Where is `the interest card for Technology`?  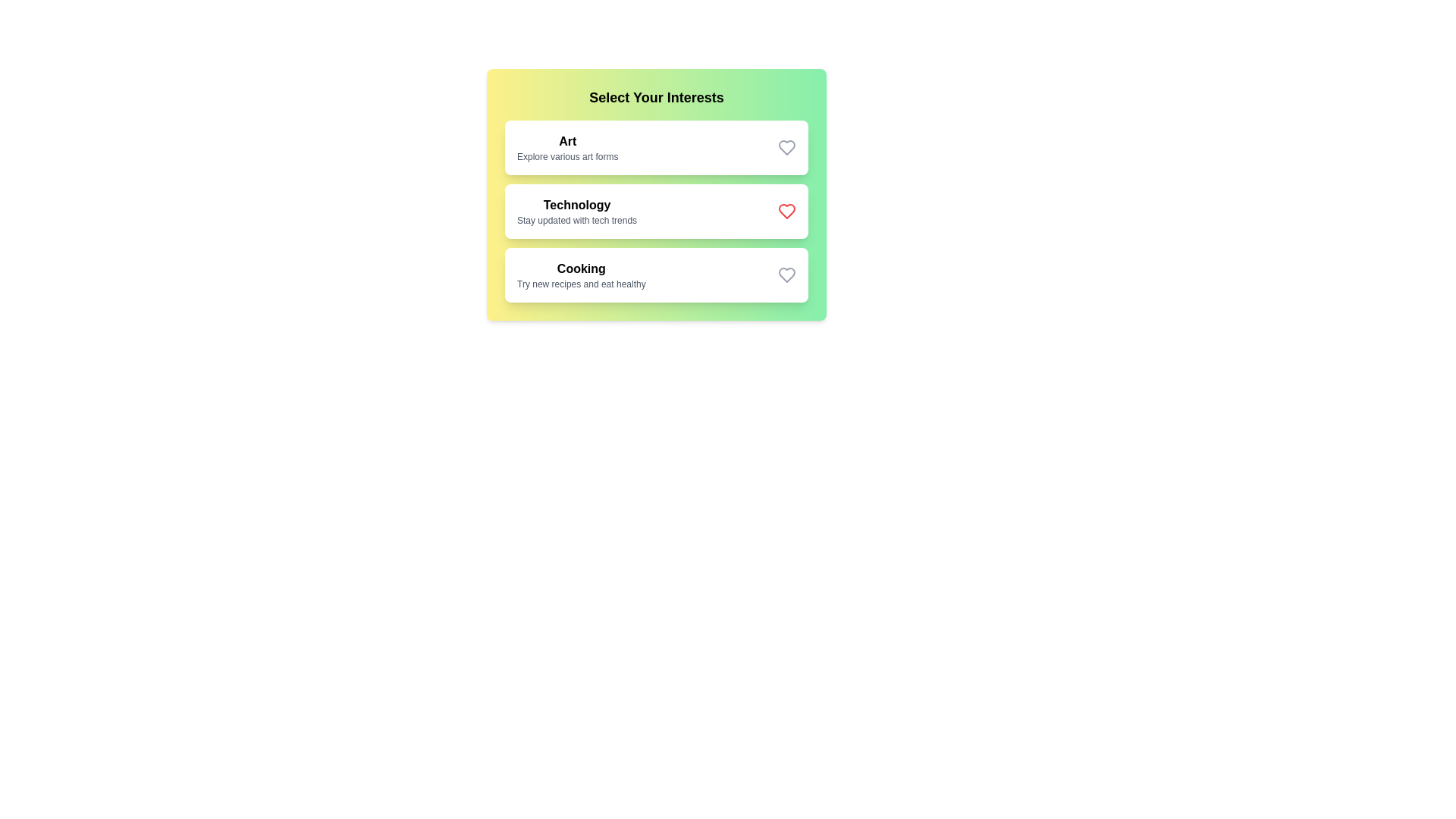 the interest card for Technology is located at coordinates (656, 211).